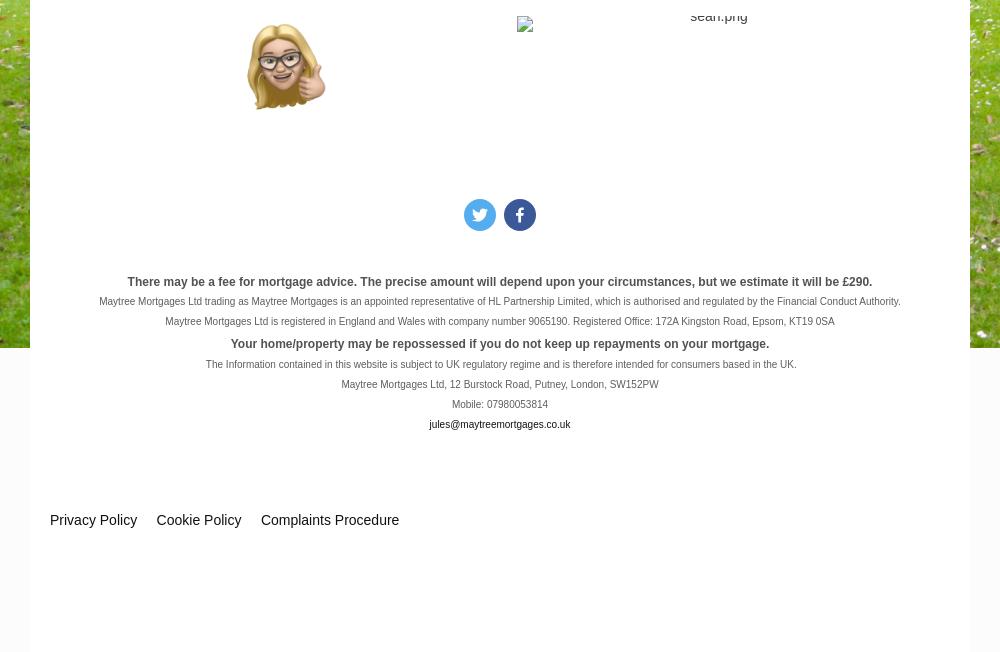  What do you see at coordinates (260, 518) in the screenshot?
I see `'Complaints Procedure'` at bounding box center [260, 518].